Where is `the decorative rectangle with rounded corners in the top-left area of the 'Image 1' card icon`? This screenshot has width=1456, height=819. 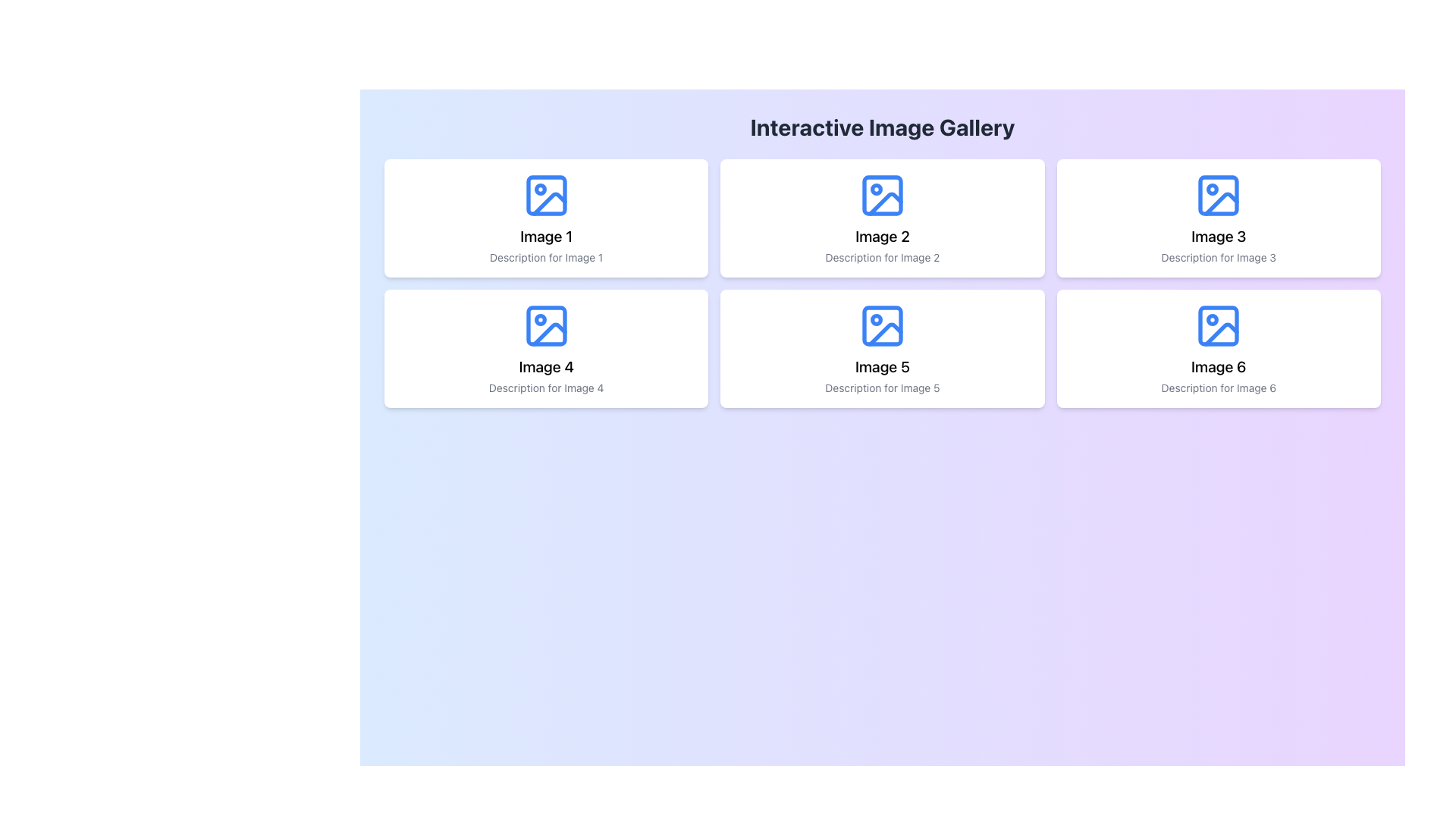 the decorative rectangle with rounded corners in the top-left area of the 'Image 1' card icon is located at coordinates (546, 195).